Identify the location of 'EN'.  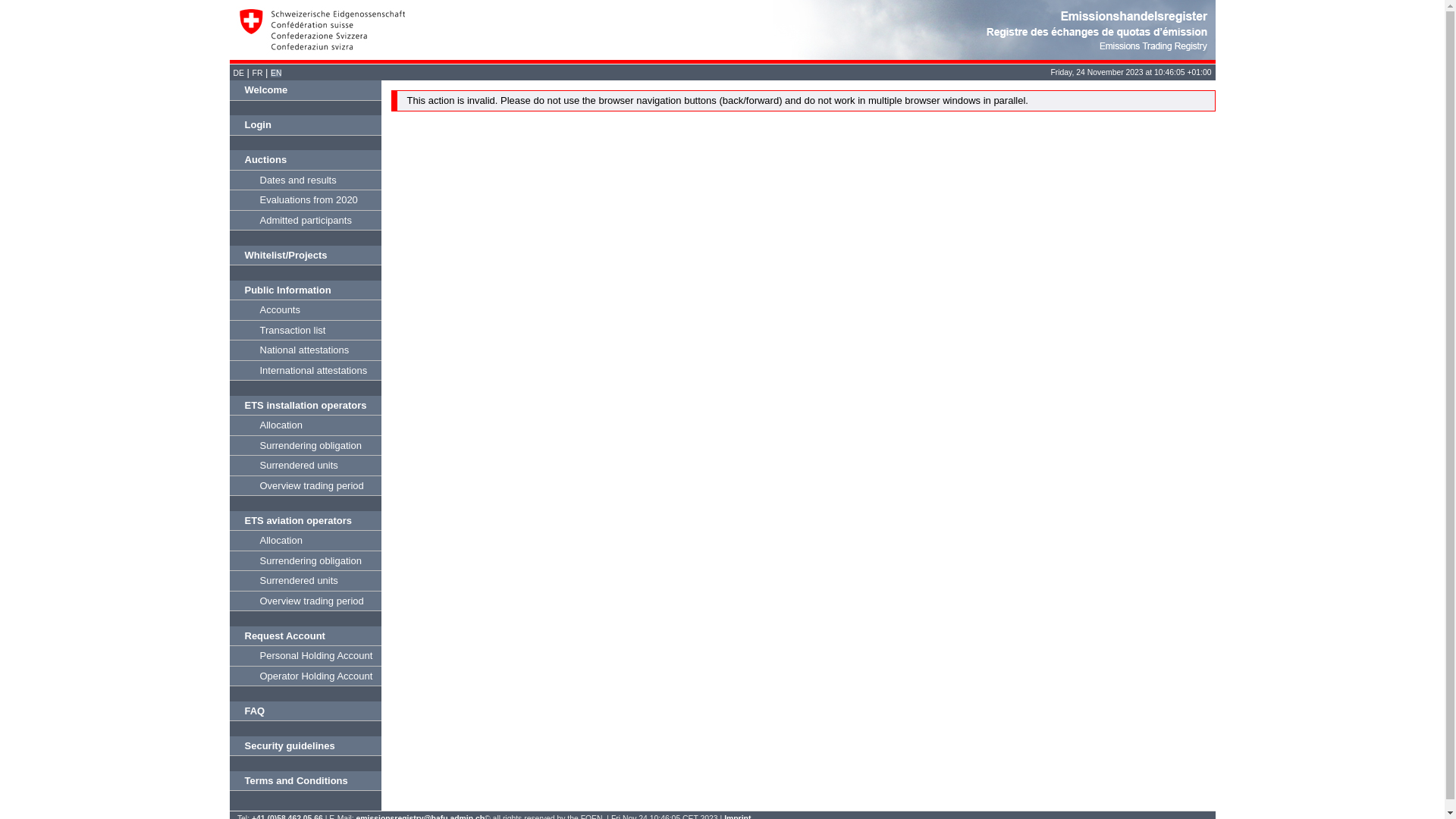
(276, 73).